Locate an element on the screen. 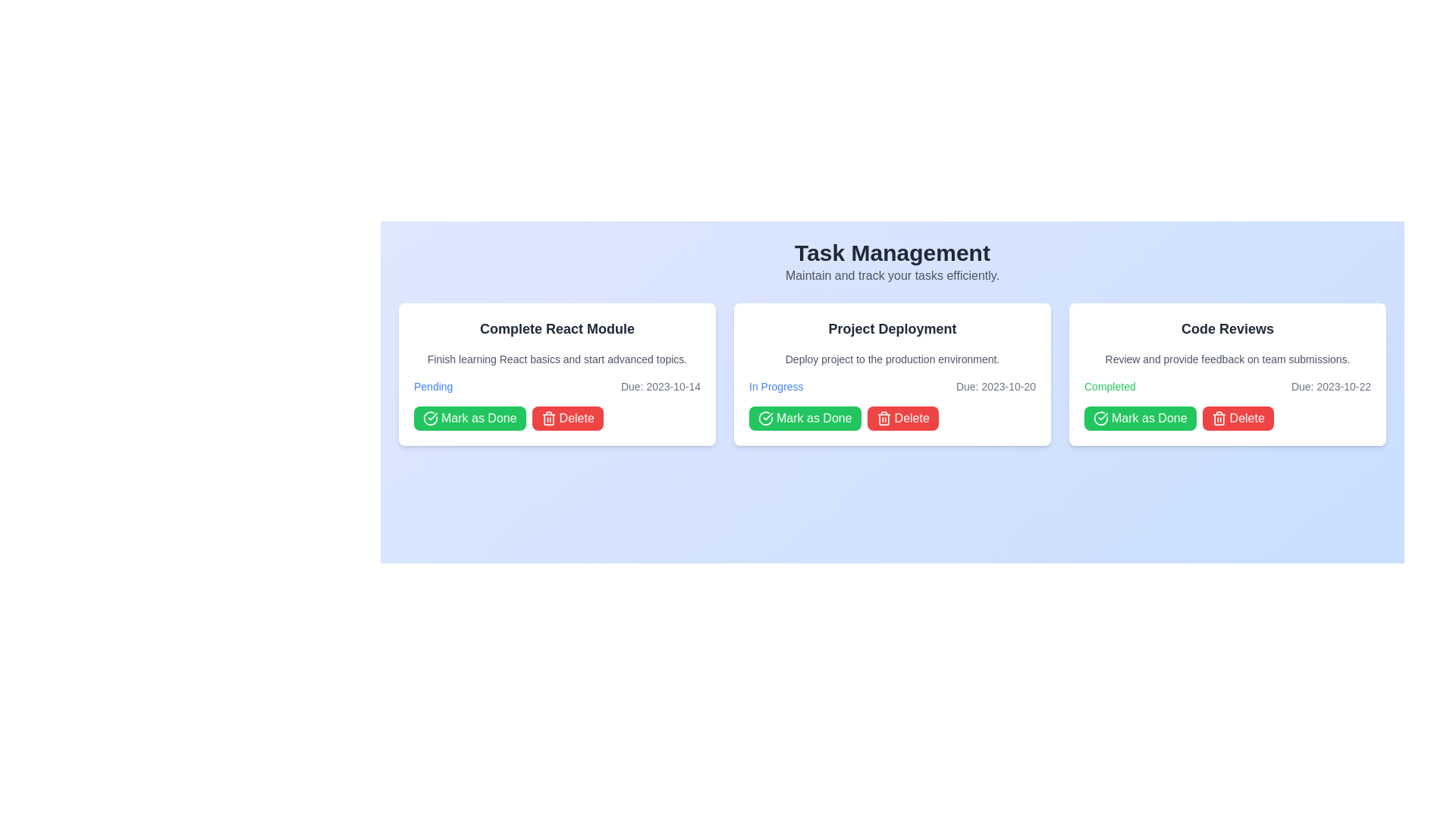 The height and width of the screenshot is (819, 1456). the 'Delete' button located in the bottom section of the 'Complete React Module' card, which is horizontally centered below the text 'Pending Due: 2023-10-14' is located at coordinates (556, 418).